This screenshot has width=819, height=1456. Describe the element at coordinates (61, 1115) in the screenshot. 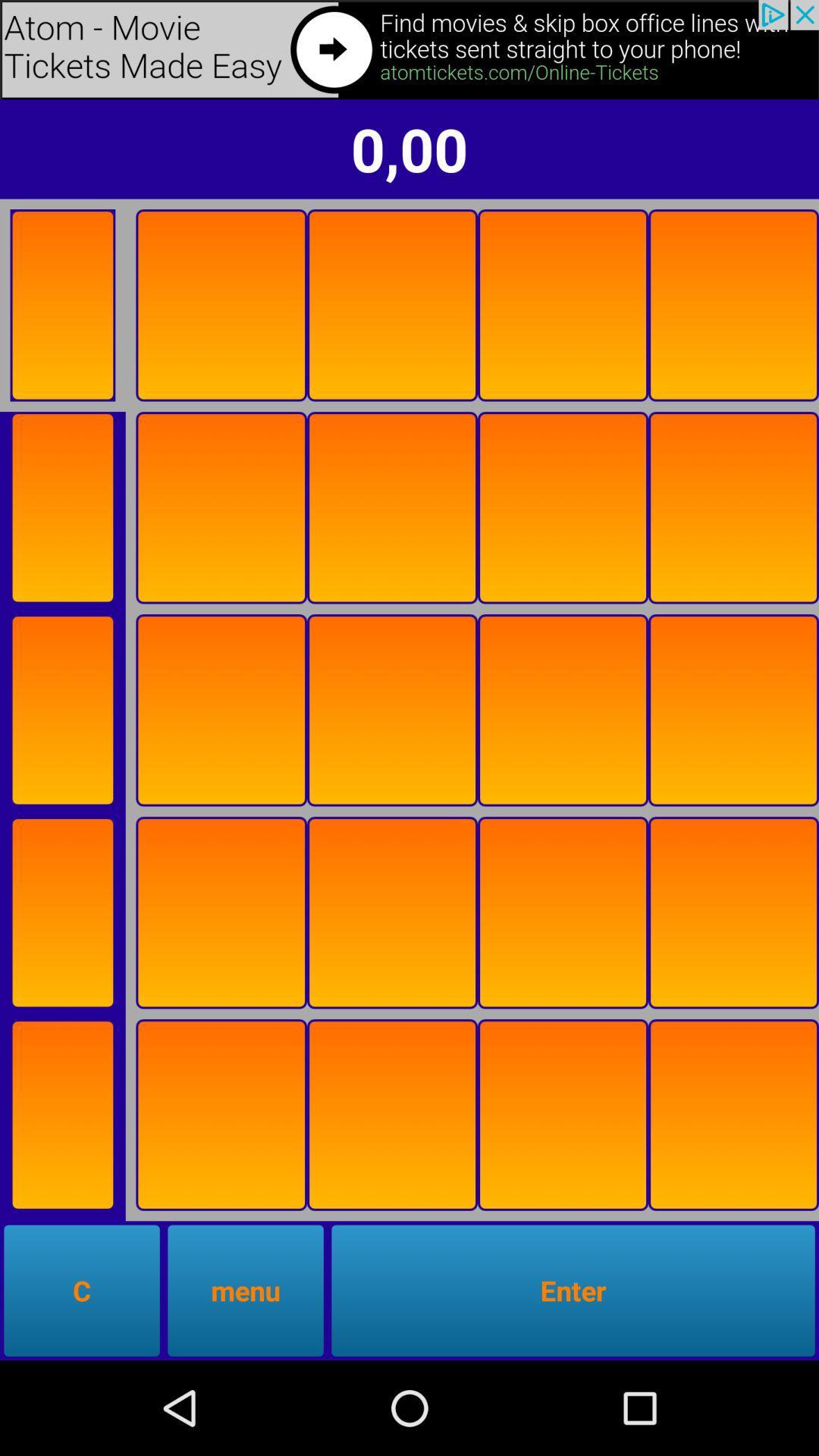

I see `flip card` at that location.